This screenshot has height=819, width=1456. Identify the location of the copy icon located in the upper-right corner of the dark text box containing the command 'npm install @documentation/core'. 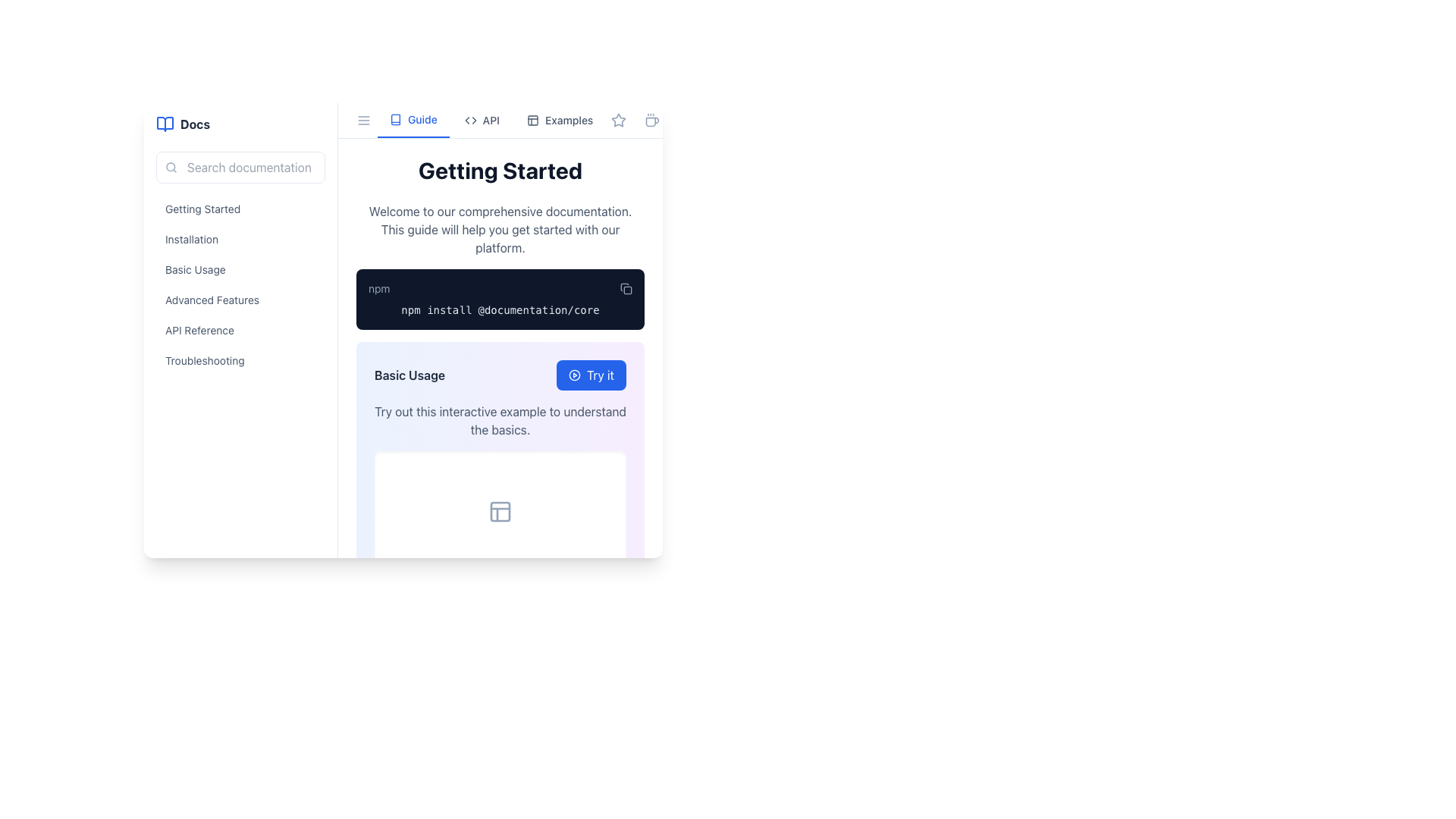
(628, 290).